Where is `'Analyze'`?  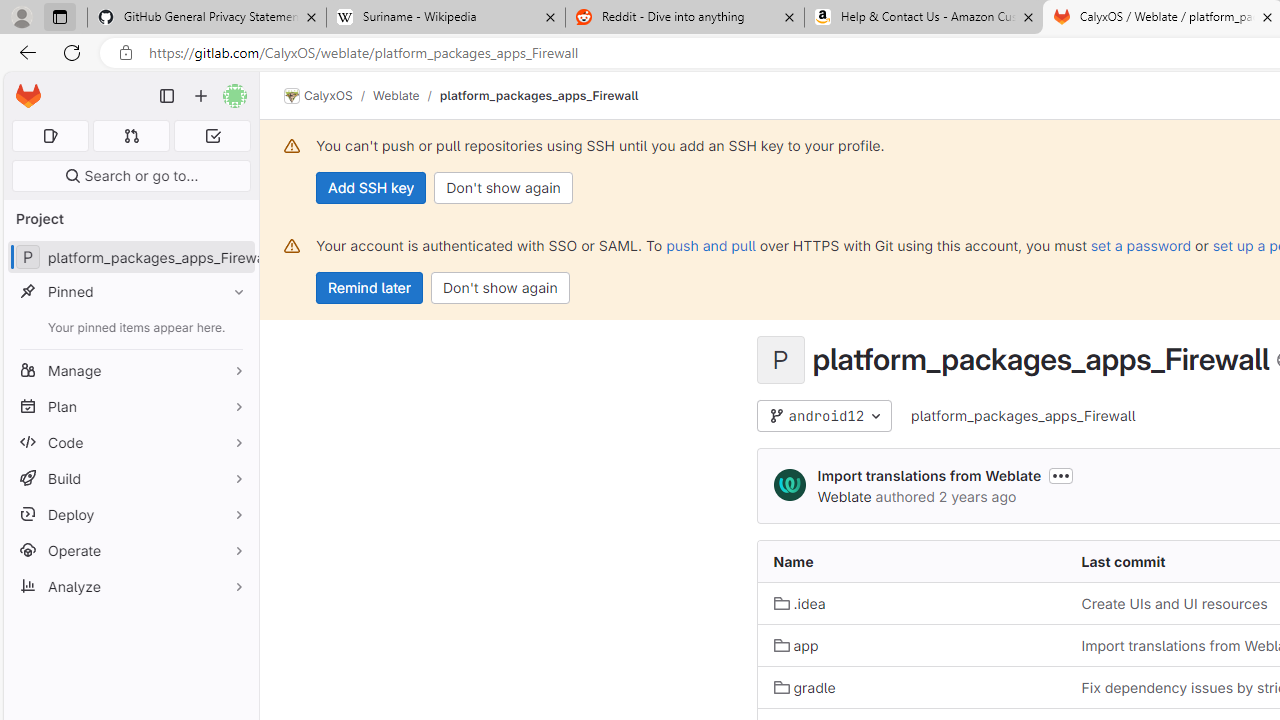 'Analyze' is located at coordinates (130, 585).